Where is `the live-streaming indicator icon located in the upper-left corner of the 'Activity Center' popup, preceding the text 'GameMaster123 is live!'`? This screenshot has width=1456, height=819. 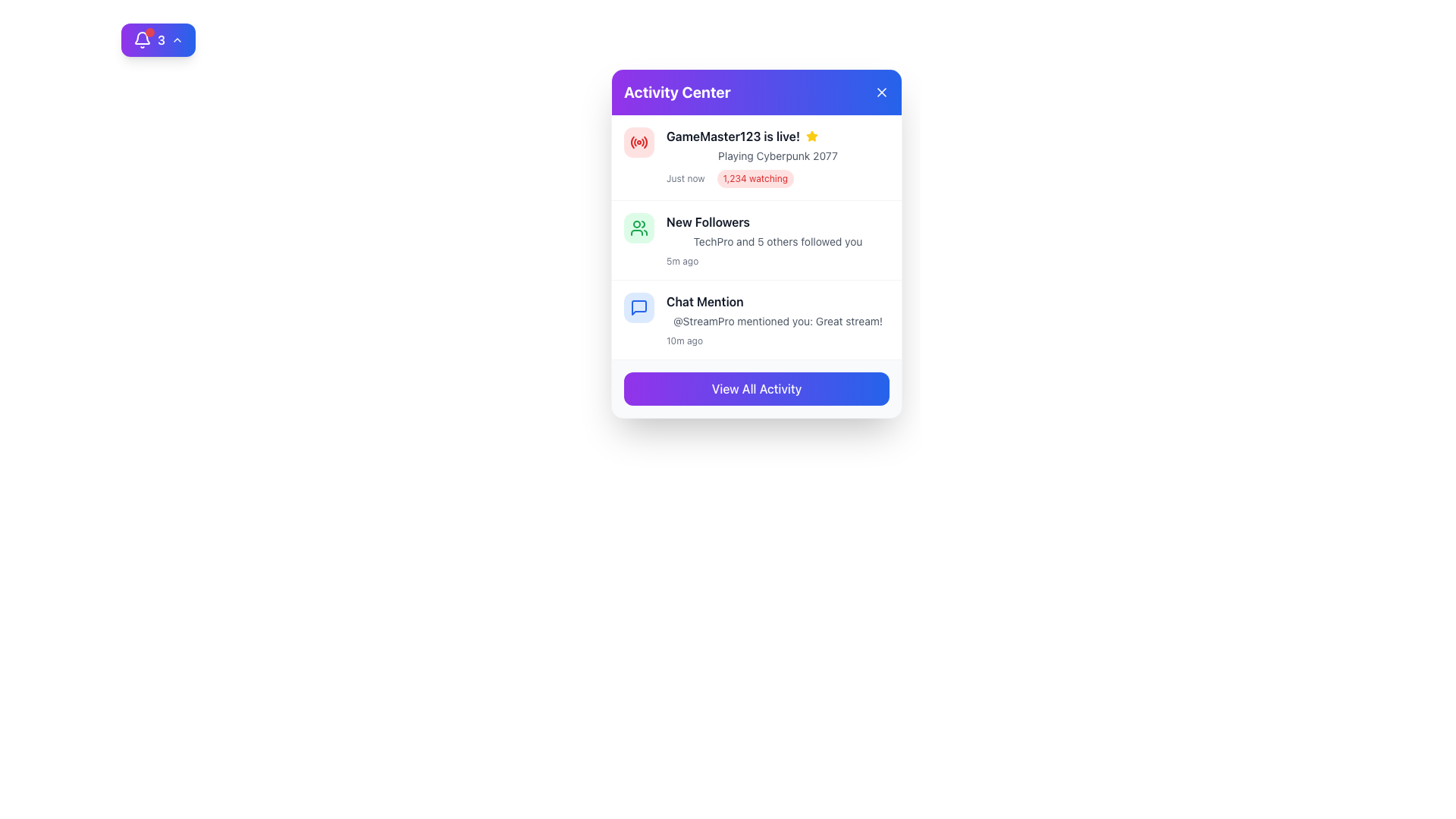
the live-streaming indicator icon located in the upper-left corner of the 'Activity Center' popup, preceding the text 'GameMaster123 is live!' is located at coordinates (639, 143).